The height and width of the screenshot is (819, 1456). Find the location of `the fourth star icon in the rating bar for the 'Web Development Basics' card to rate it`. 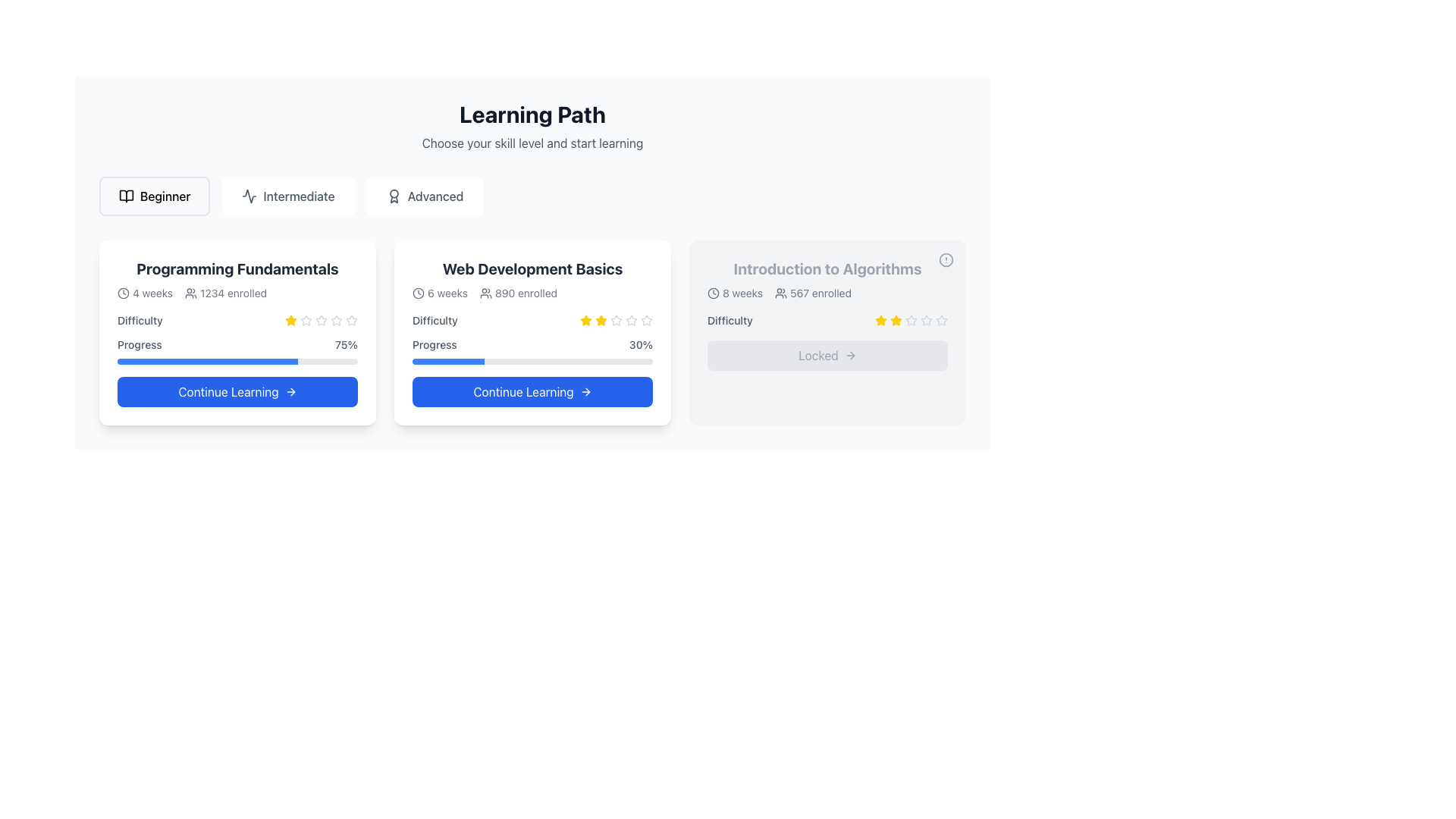

the fourth star icon in the rating bar for the 'Web Development Basics' card to rate it is located at coordinates (616, 320).